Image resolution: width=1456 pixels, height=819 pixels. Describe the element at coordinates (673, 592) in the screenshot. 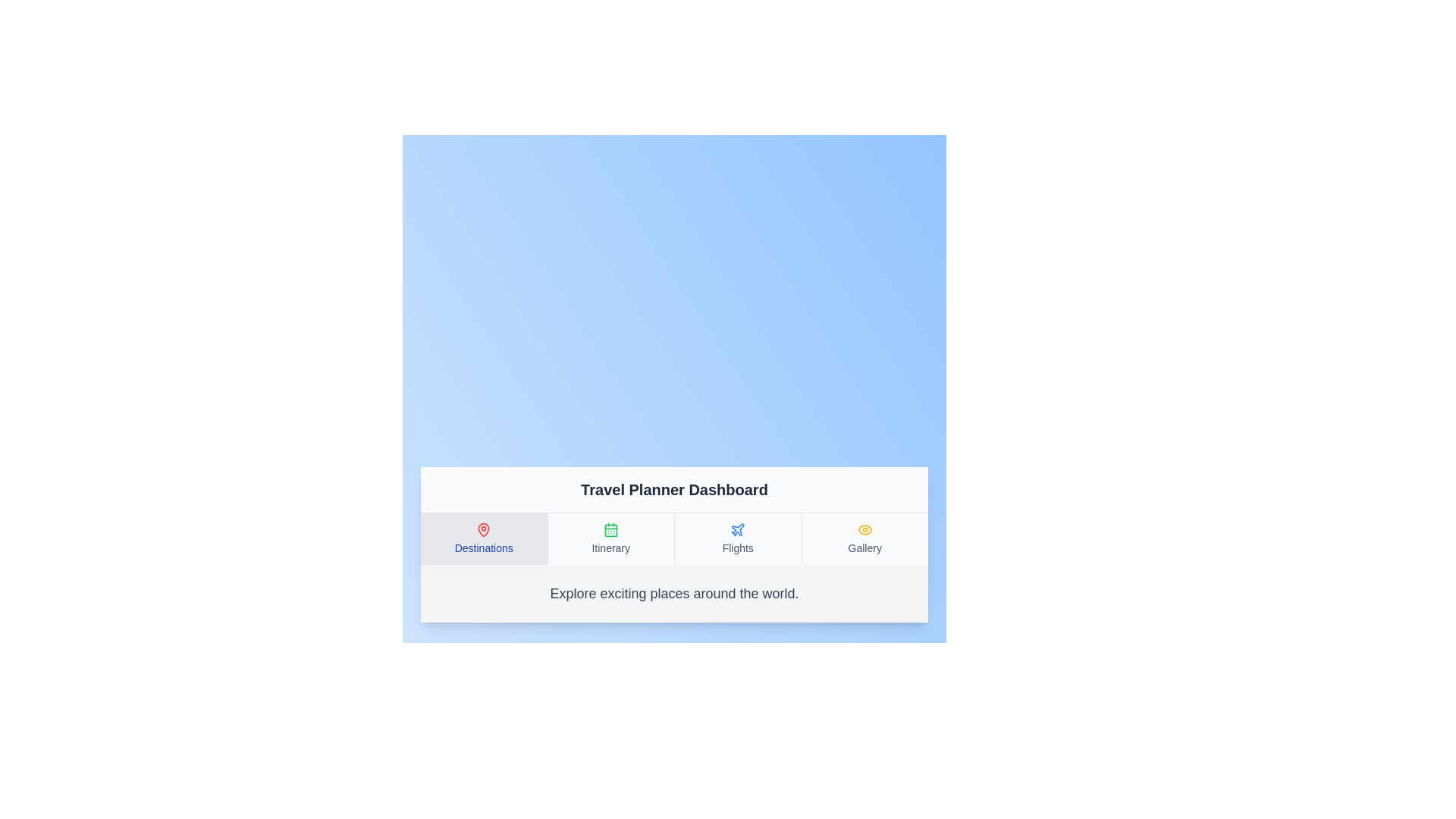

I see `the text label displaying 'Explore exciting places around the world.' which is centrally located below the 'Travel Planner Dashboard' header` at that location.